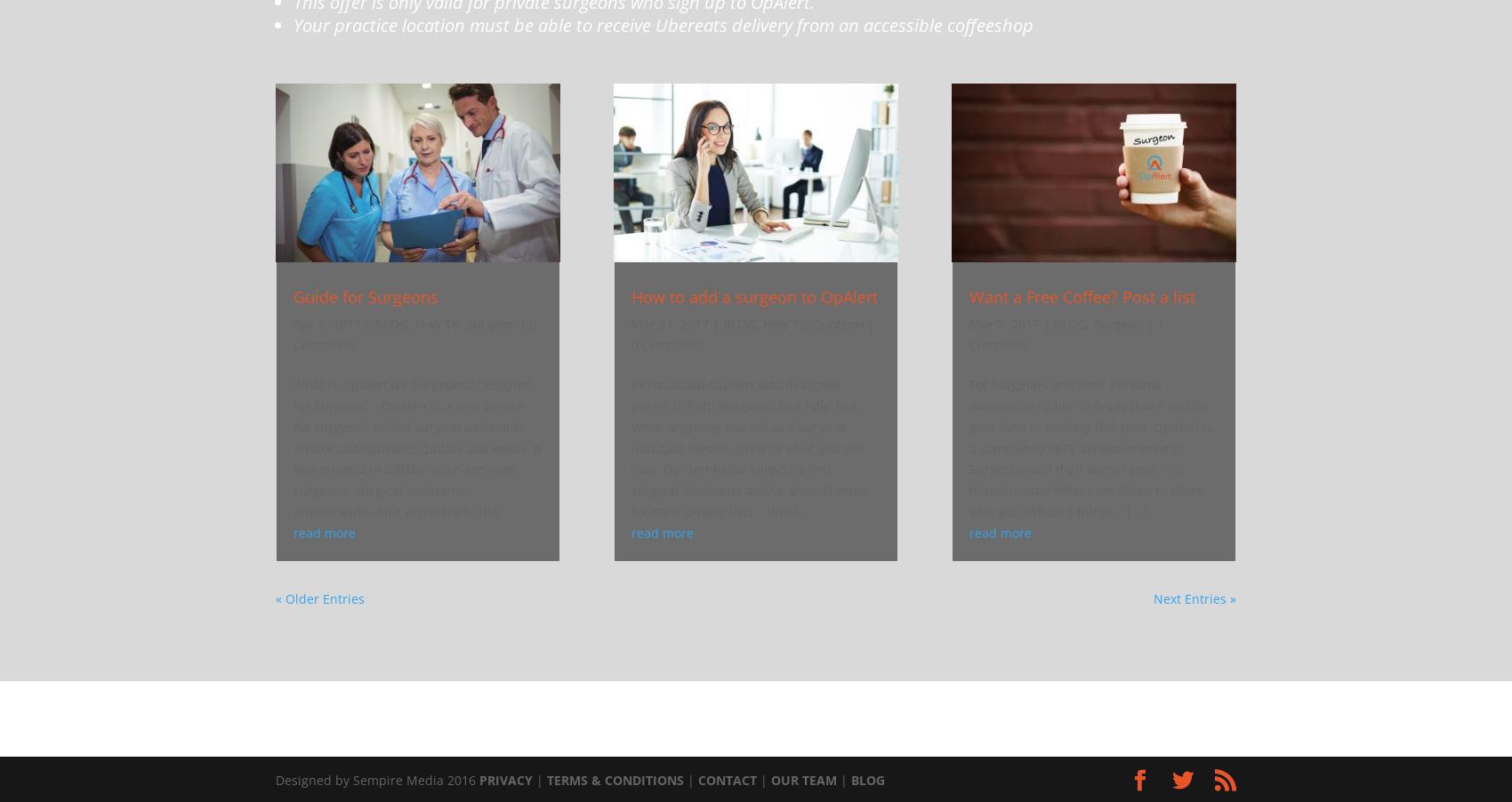 The width and height of the screenshot is (1512, 802). What do you see at coordinates (866, 780) in the screenshot?
I see `'BLOG'` at bounding box center [866, 780].